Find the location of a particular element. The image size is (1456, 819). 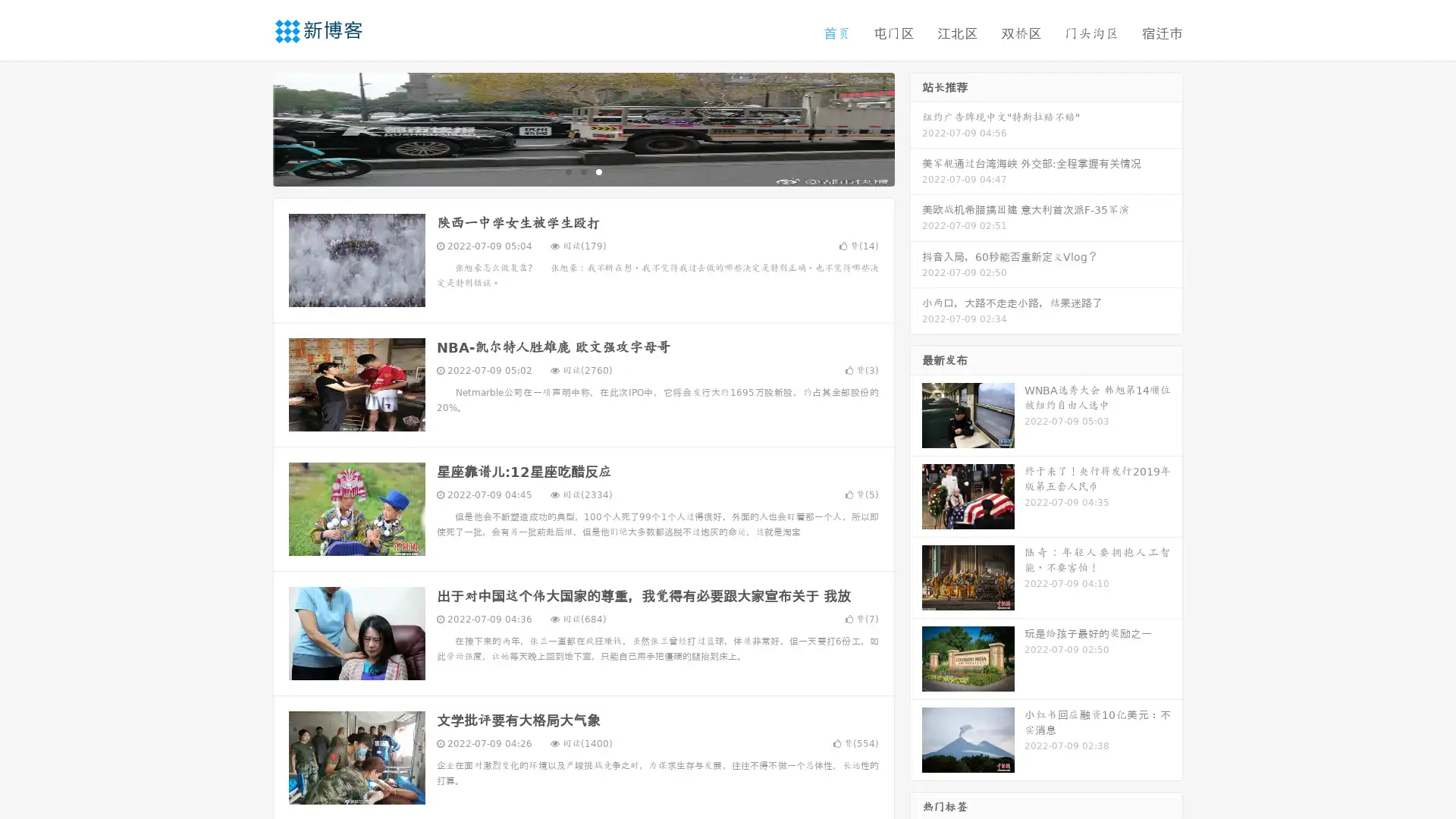

Go to slide 3 is located at coordinates (598, 171).